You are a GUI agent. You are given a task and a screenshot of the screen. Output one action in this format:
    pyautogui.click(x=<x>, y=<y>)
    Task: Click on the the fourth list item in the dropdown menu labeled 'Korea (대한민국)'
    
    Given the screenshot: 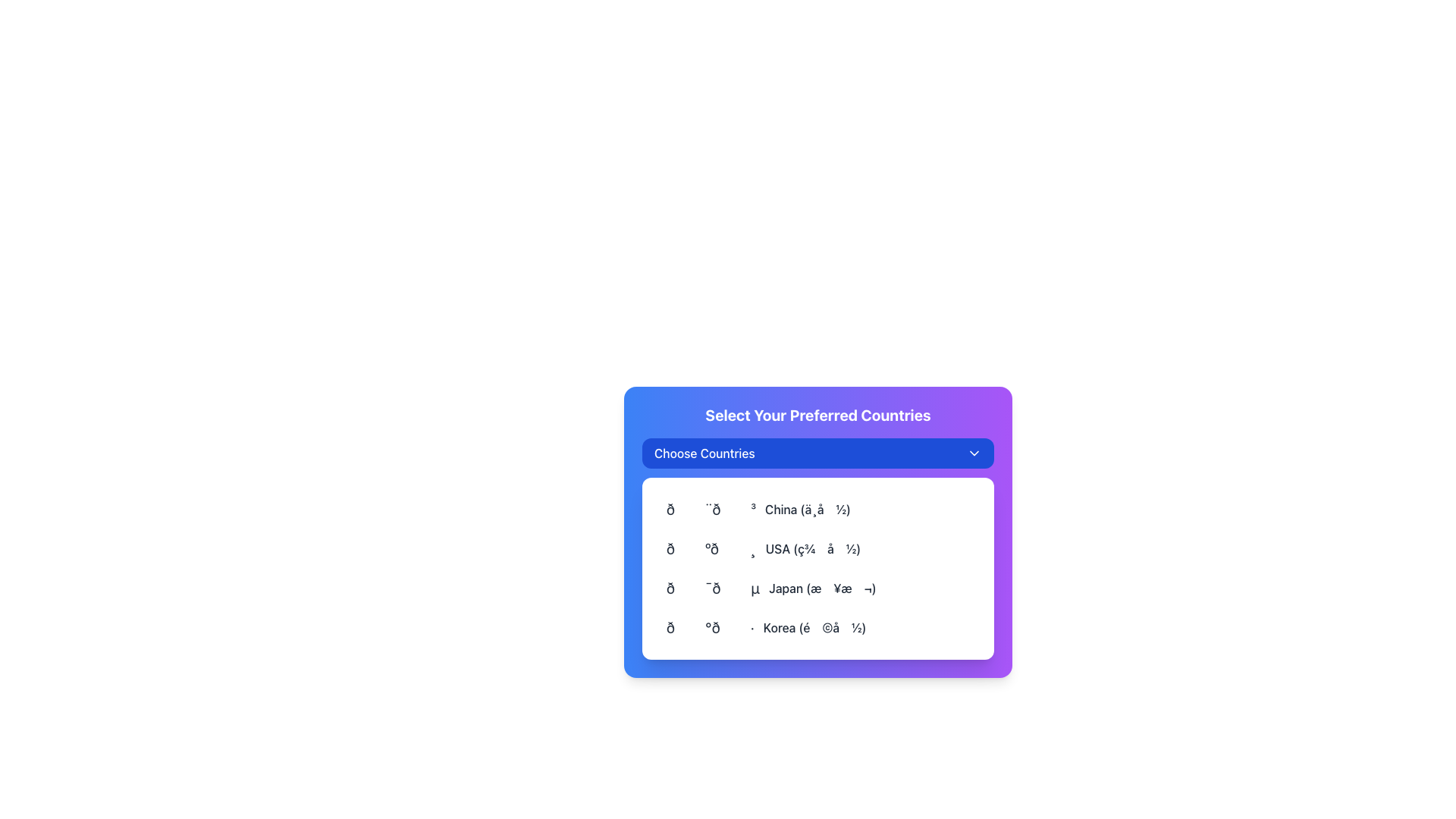 What is the action you would take?
    pyautogui.click(x=766, y=628)
    